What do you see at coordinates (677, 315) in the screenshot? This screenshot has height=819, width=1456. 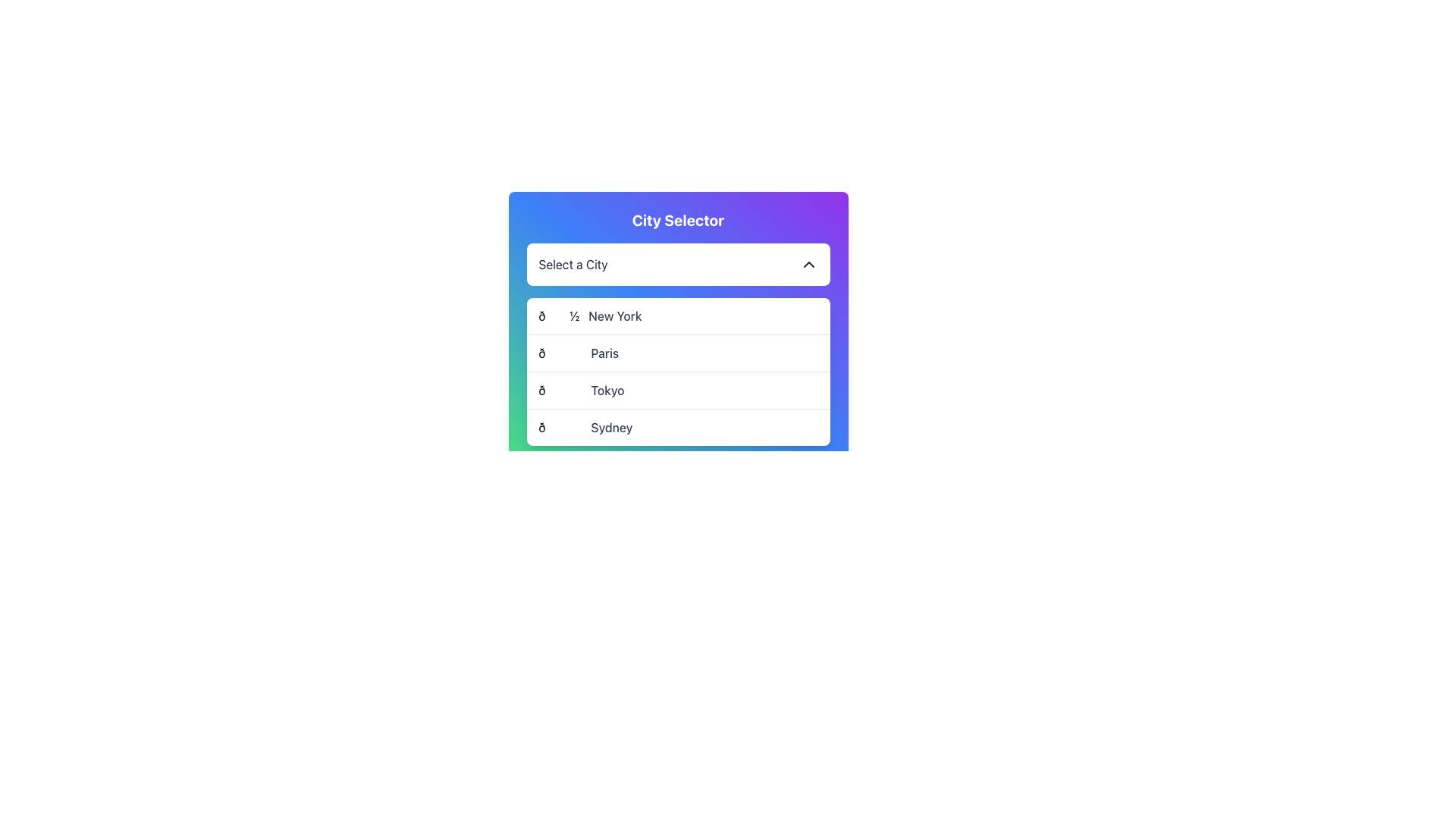 I see `the 'New York' city option in the dropdown menu` at bounding box center [677, 315].